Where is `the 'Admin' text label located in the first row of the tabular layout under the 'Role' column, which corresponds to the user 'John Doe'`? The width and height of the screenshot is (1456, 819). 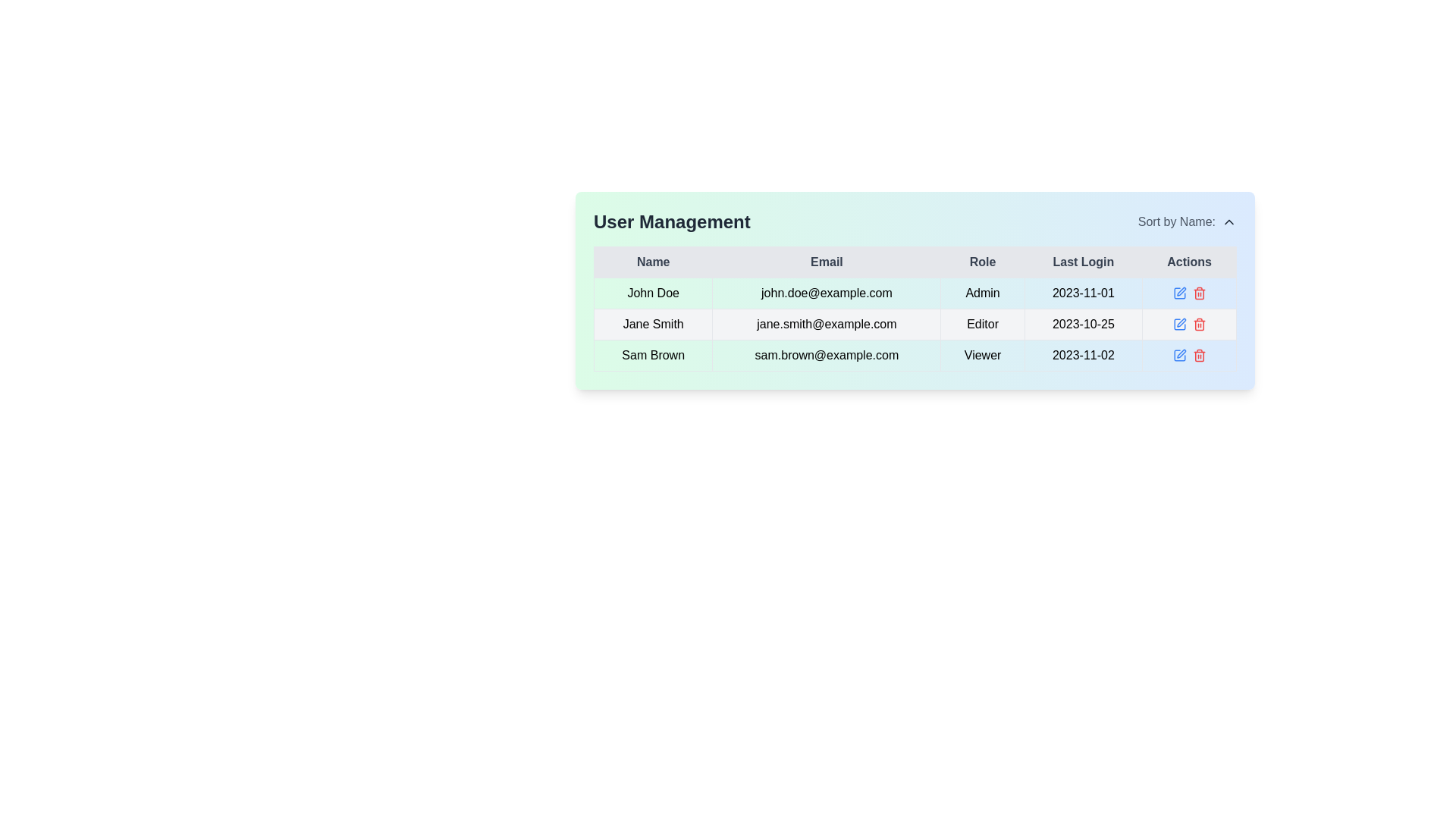 the 'Admin' text label located in the first row of the tabular layout under the 'Role' column, which corresponds to the user 'John Doe' is located at coordinates (983, 293).